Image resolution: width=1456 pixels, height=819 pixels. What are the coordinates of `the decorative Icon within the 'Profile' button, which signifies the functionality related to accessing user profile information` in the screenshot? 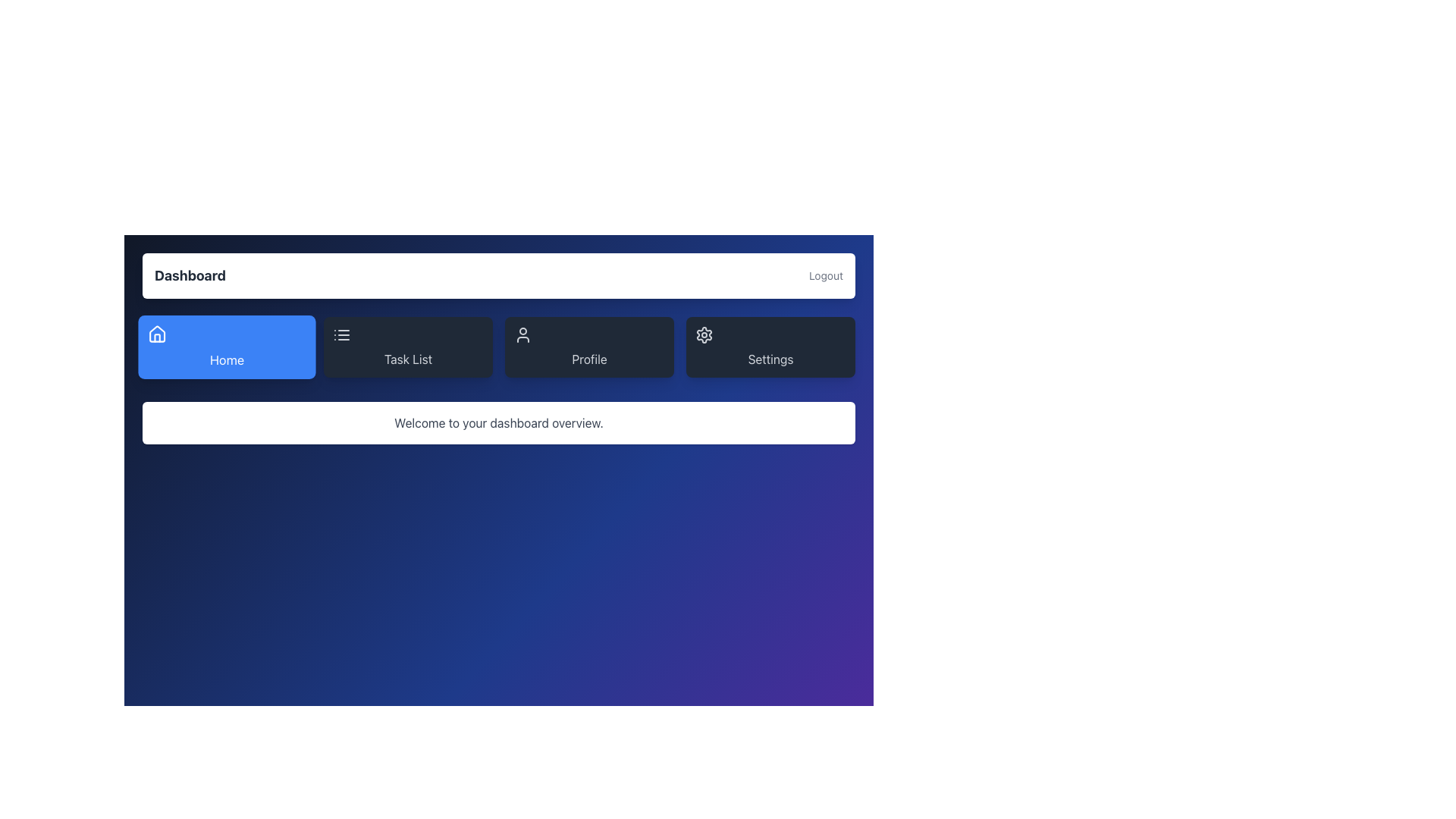 It's located at (588, 334).